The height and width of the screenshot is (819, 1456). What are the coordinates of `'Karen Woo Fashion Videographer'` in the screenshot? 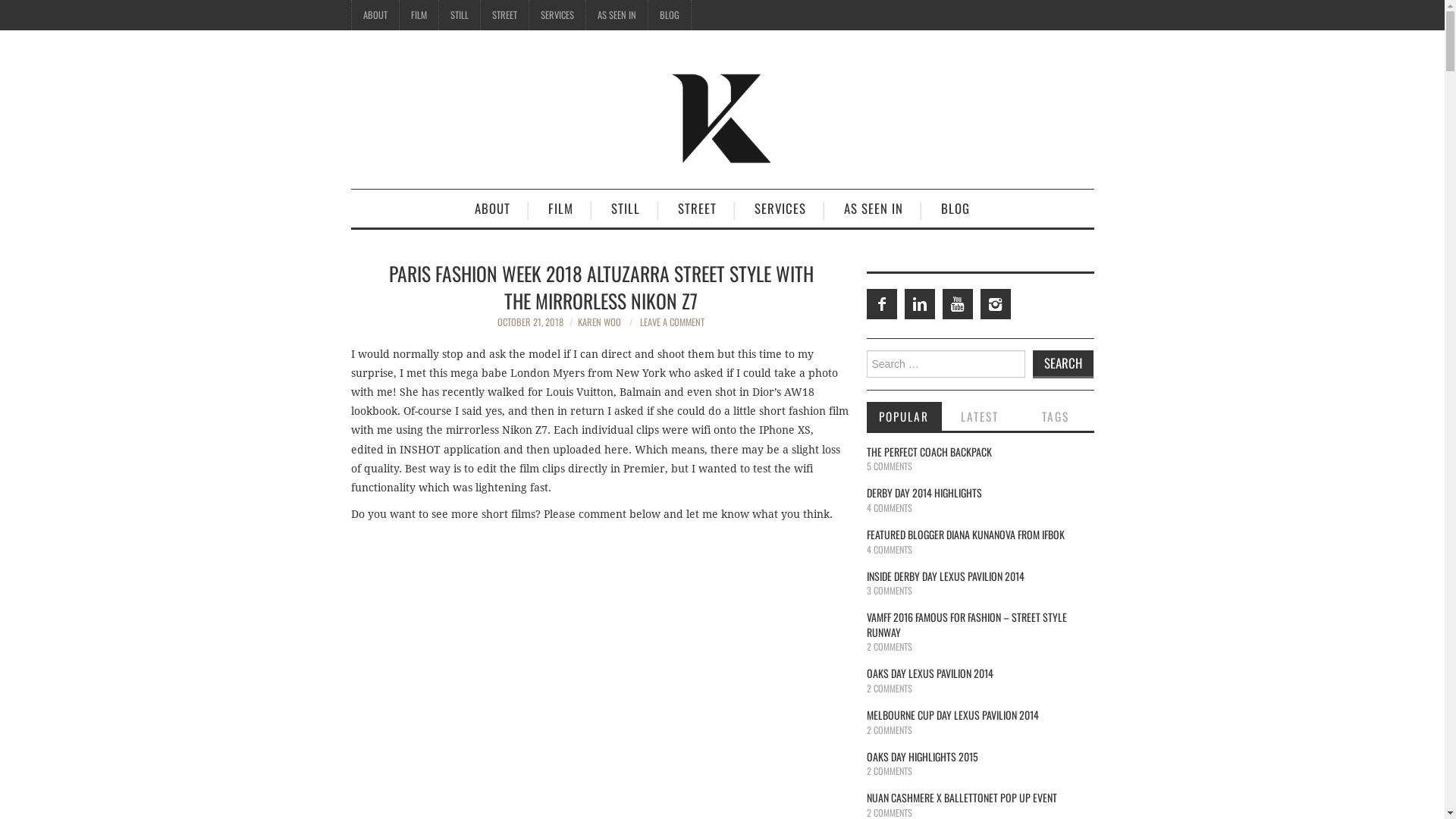 It's located at (720, 115).